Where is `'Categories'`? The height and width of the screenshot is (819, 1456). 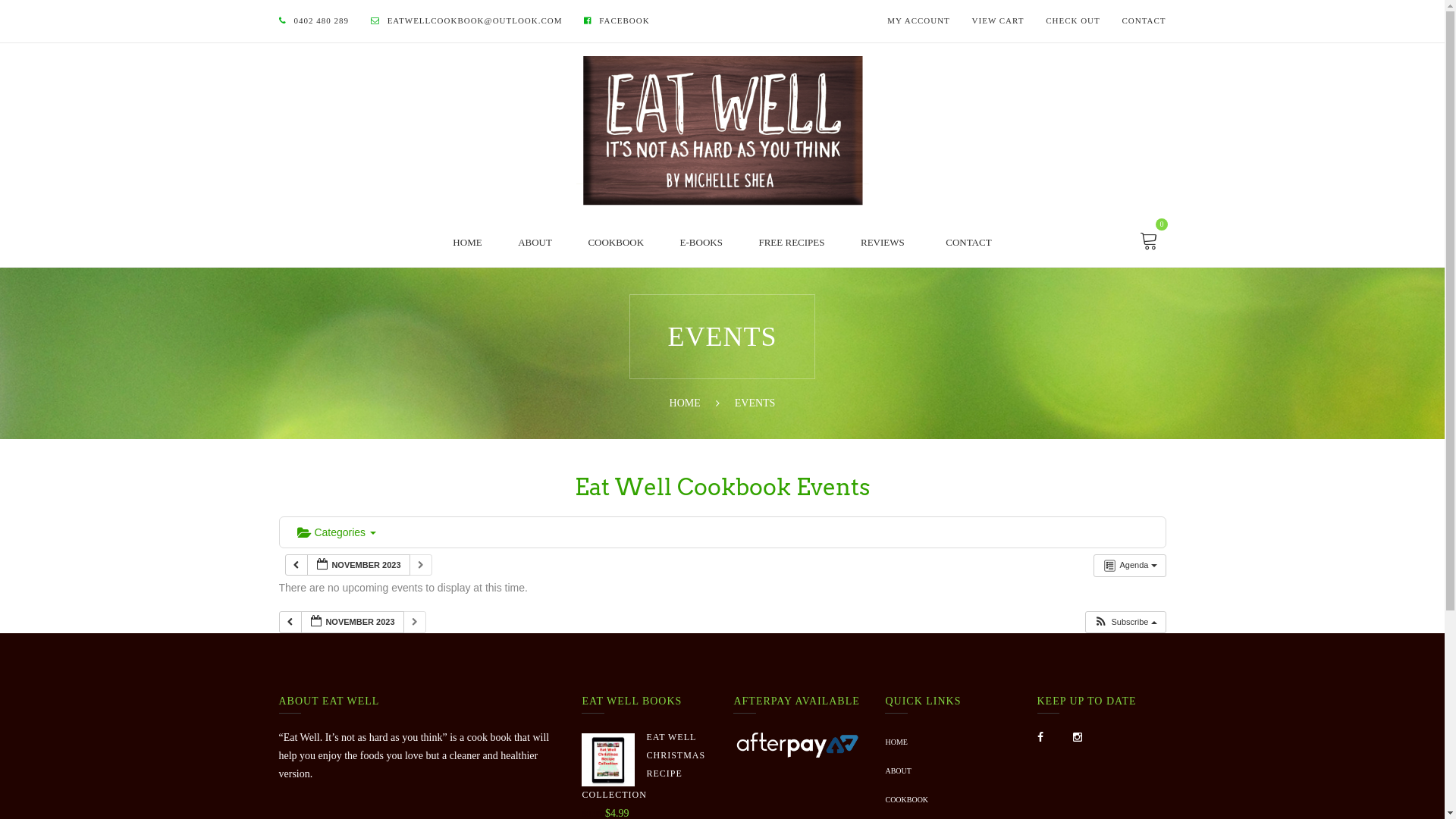 'Categories' is located at coordinates (334, 532).